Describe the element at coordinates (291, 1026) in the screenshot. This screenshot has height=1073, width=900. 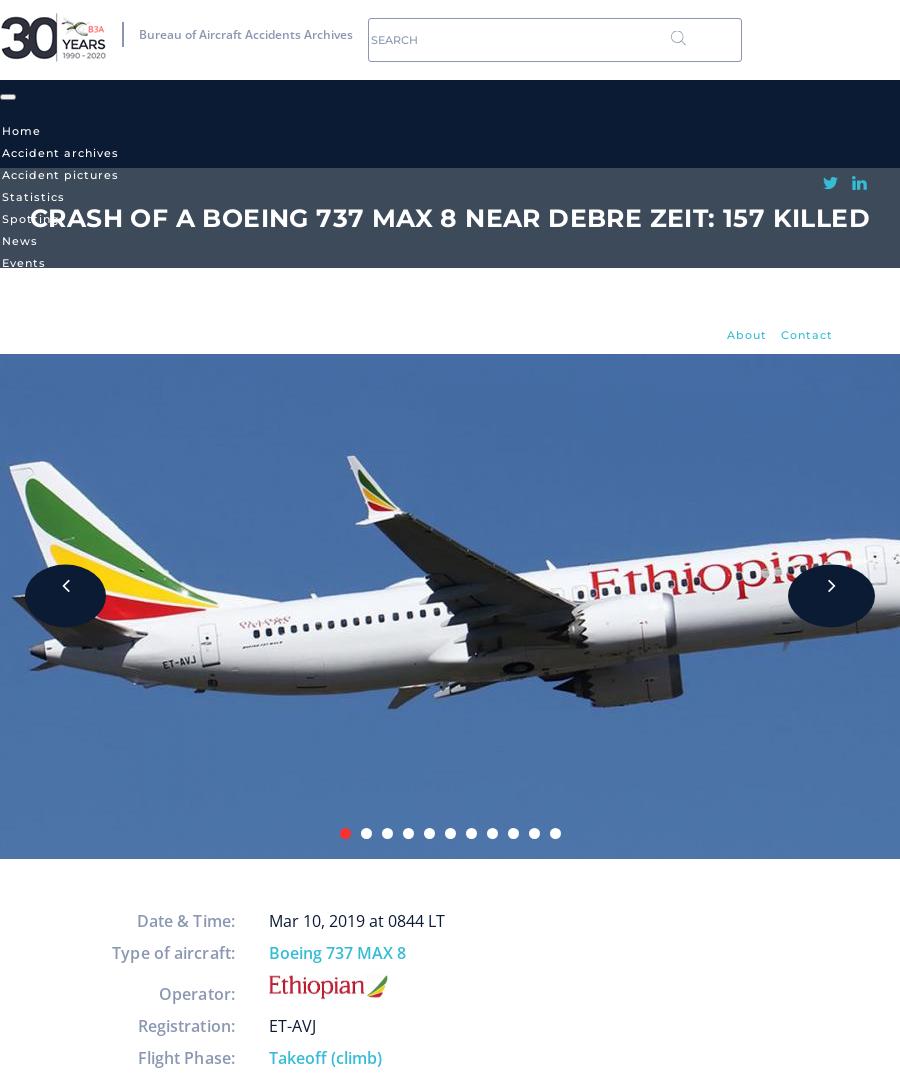
I see `'ET-AVJ'` at that location.